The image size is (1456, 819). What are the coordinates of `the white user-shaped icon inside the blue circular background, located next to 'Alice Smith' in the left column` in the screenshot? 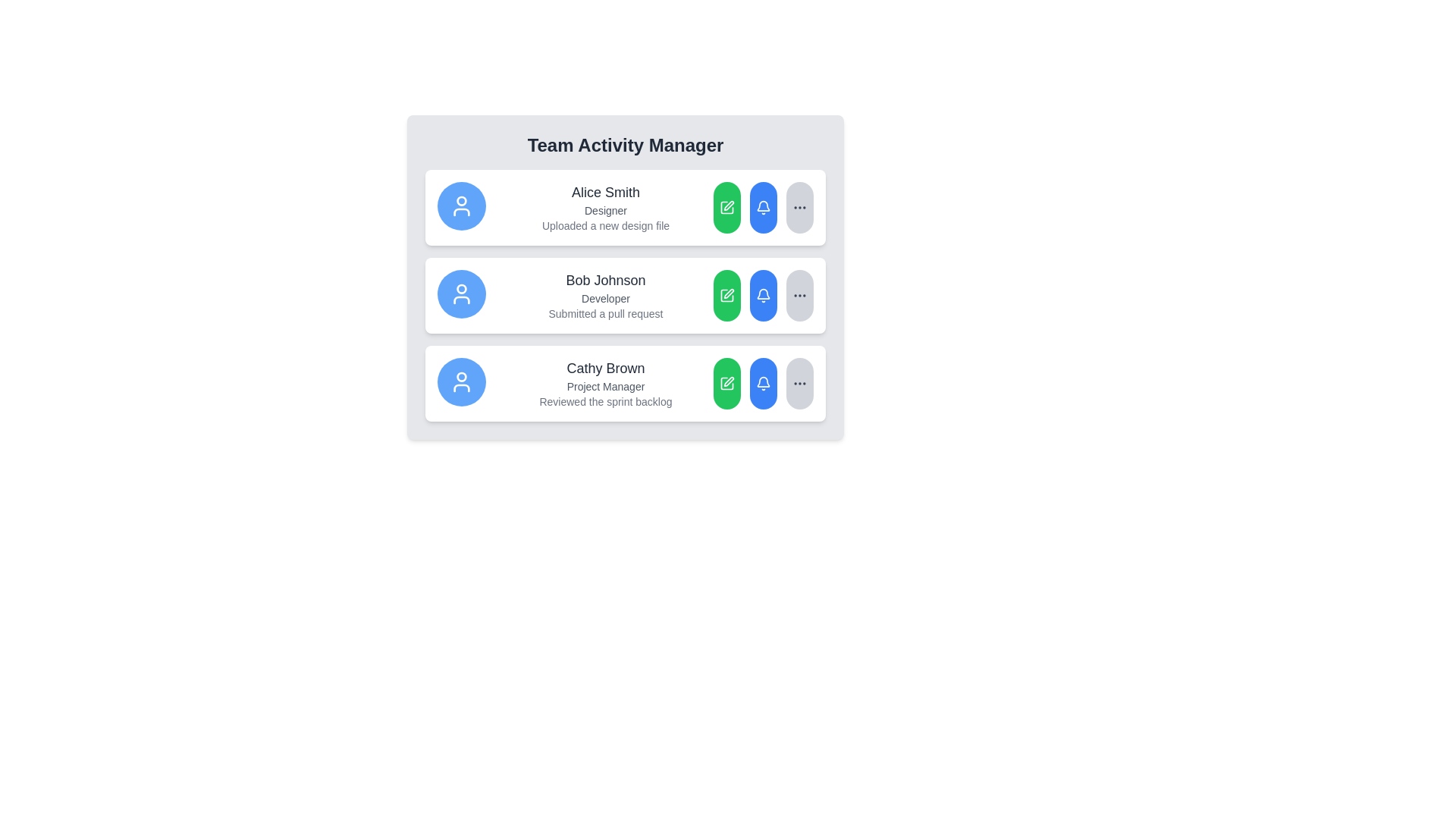 It's located at (461, 206).